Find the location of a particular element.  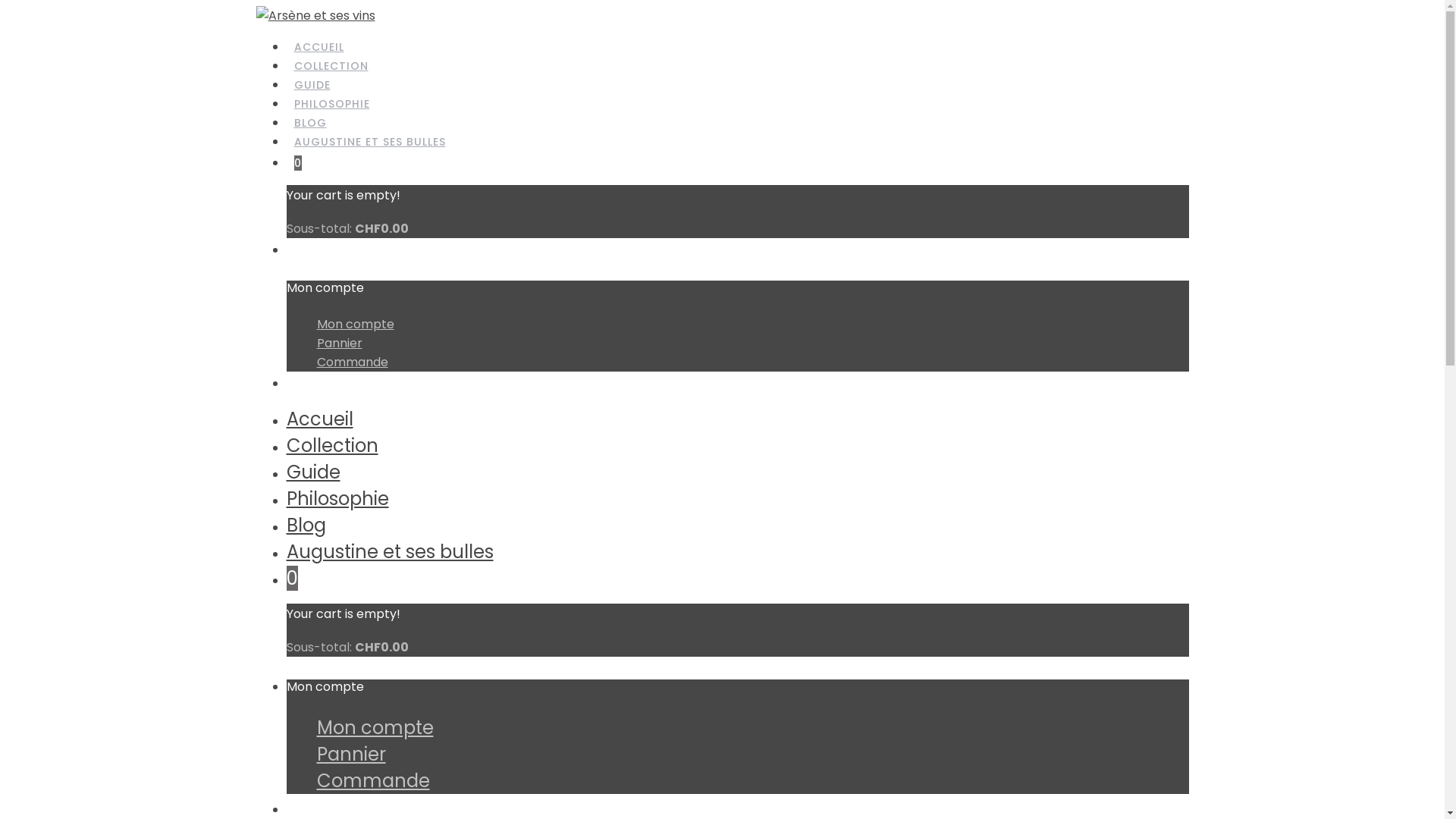

'BLOG' is located at coordinates (309, 122).